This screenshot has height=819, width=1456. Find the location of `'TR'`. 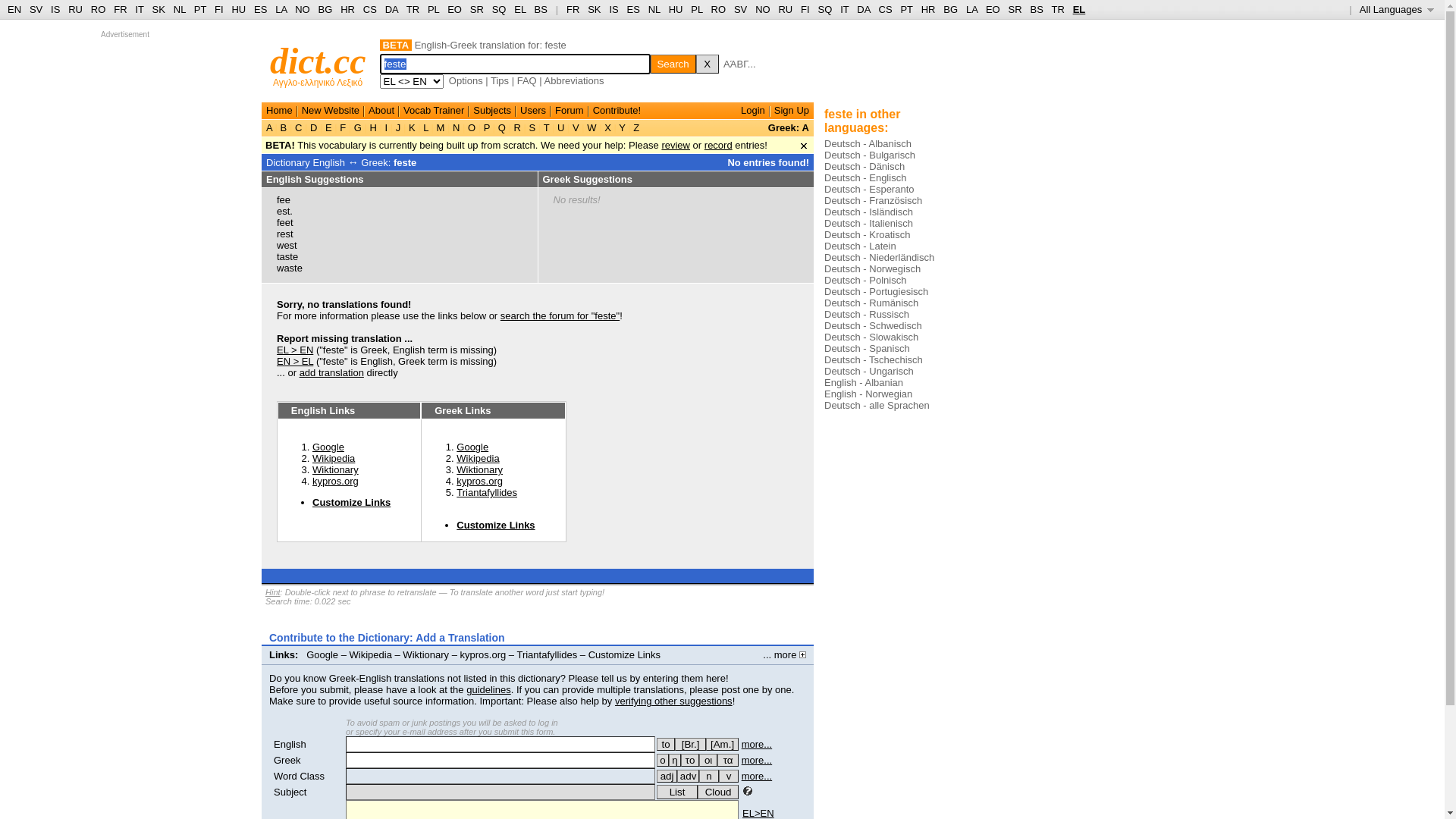

'TR' is located at coordinates (413, 9).